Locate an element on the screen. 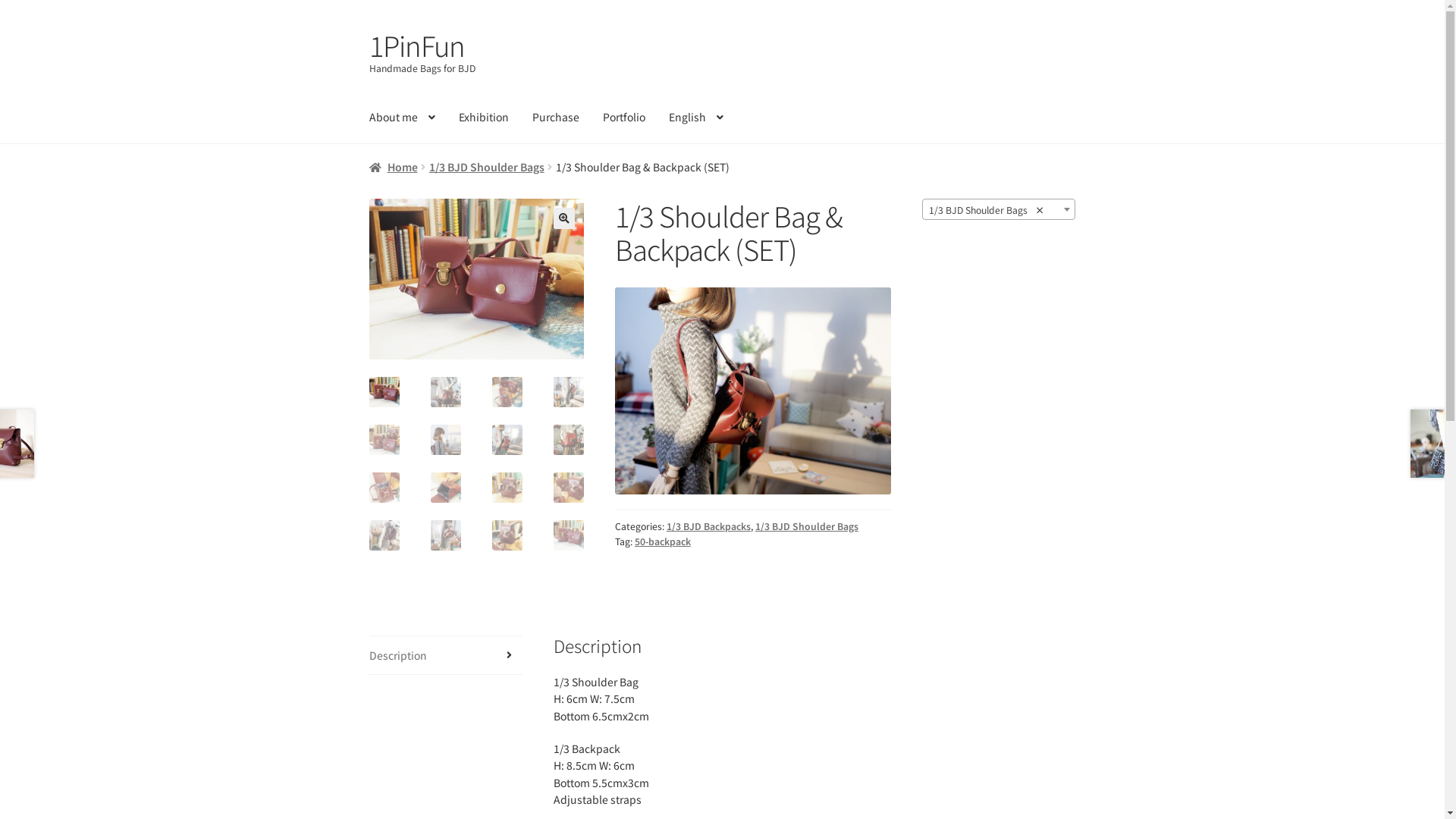 The width and height of the screenshot is (1456, 819). '1PinFun' is located at coordinates (369, 43).